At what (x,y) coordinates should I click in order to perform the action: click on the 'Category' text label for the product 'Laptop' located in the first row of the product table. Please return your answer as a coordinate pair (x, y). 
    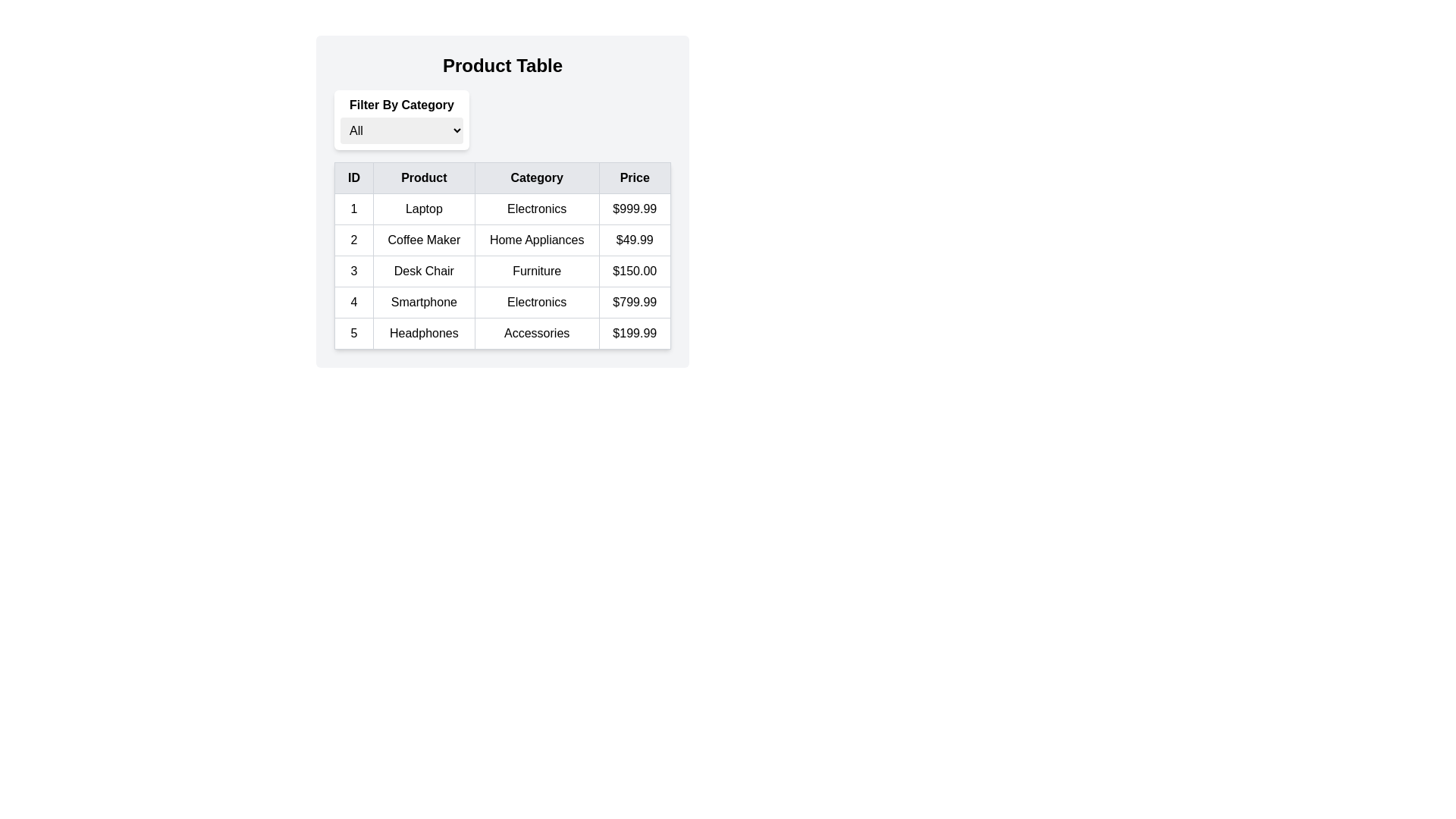
    Looking at the image, I should click on (537, 209).